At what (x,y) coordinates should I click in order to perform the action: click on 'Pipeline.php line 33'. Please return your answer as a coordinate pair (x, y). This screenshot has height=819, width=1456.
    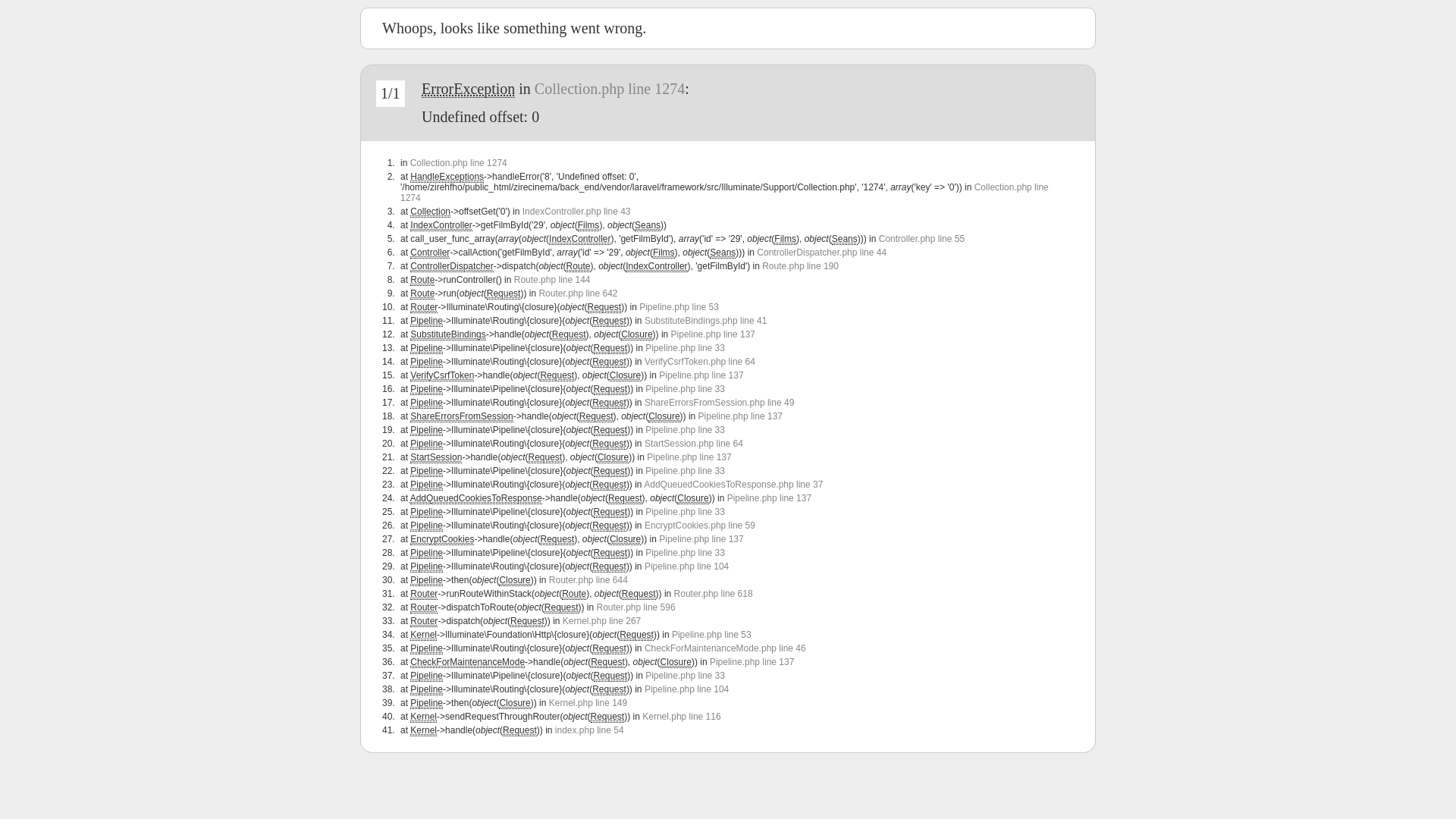
    Looking at the image, I should click on (684, 430).